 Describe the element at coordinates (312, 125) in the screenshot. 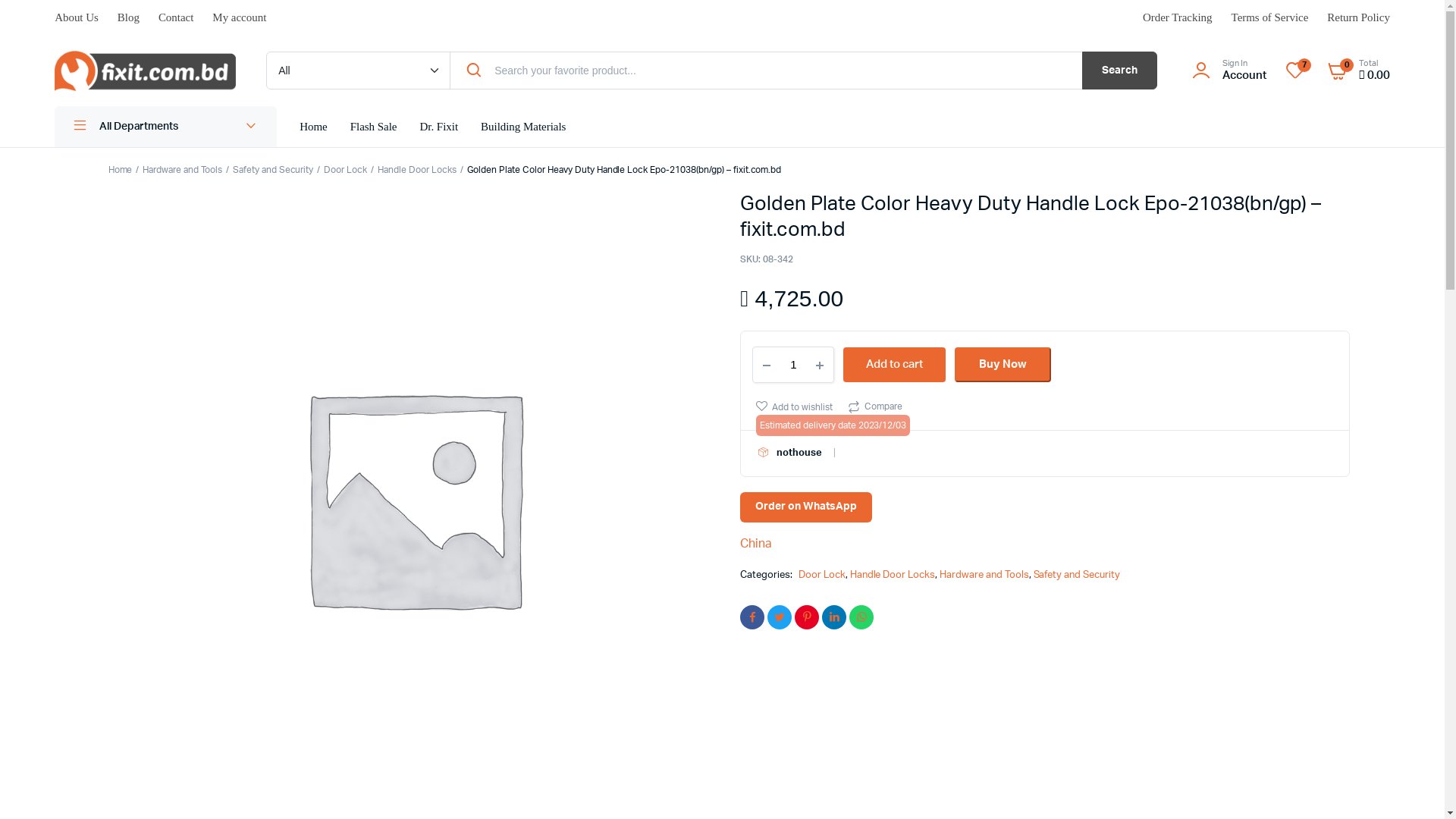

I see `'Home'` at that location.